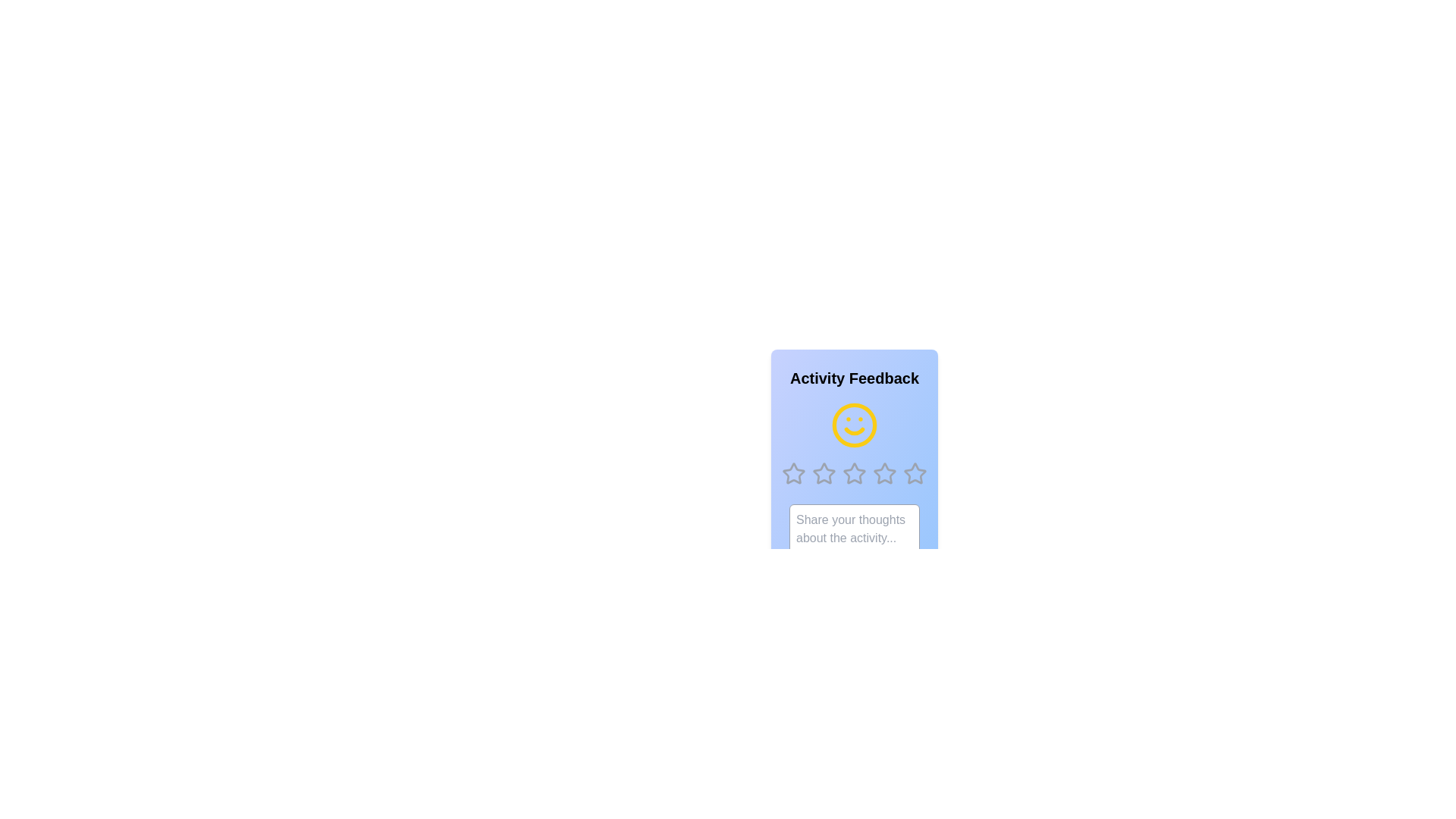 Image resolution: width=1456 pixels, height=819 pixels. Describe the element at coordinates (884, 472) in the screenshot. I see `the fourth star rating icon, which has a gray outline and a hollow center` at that location.